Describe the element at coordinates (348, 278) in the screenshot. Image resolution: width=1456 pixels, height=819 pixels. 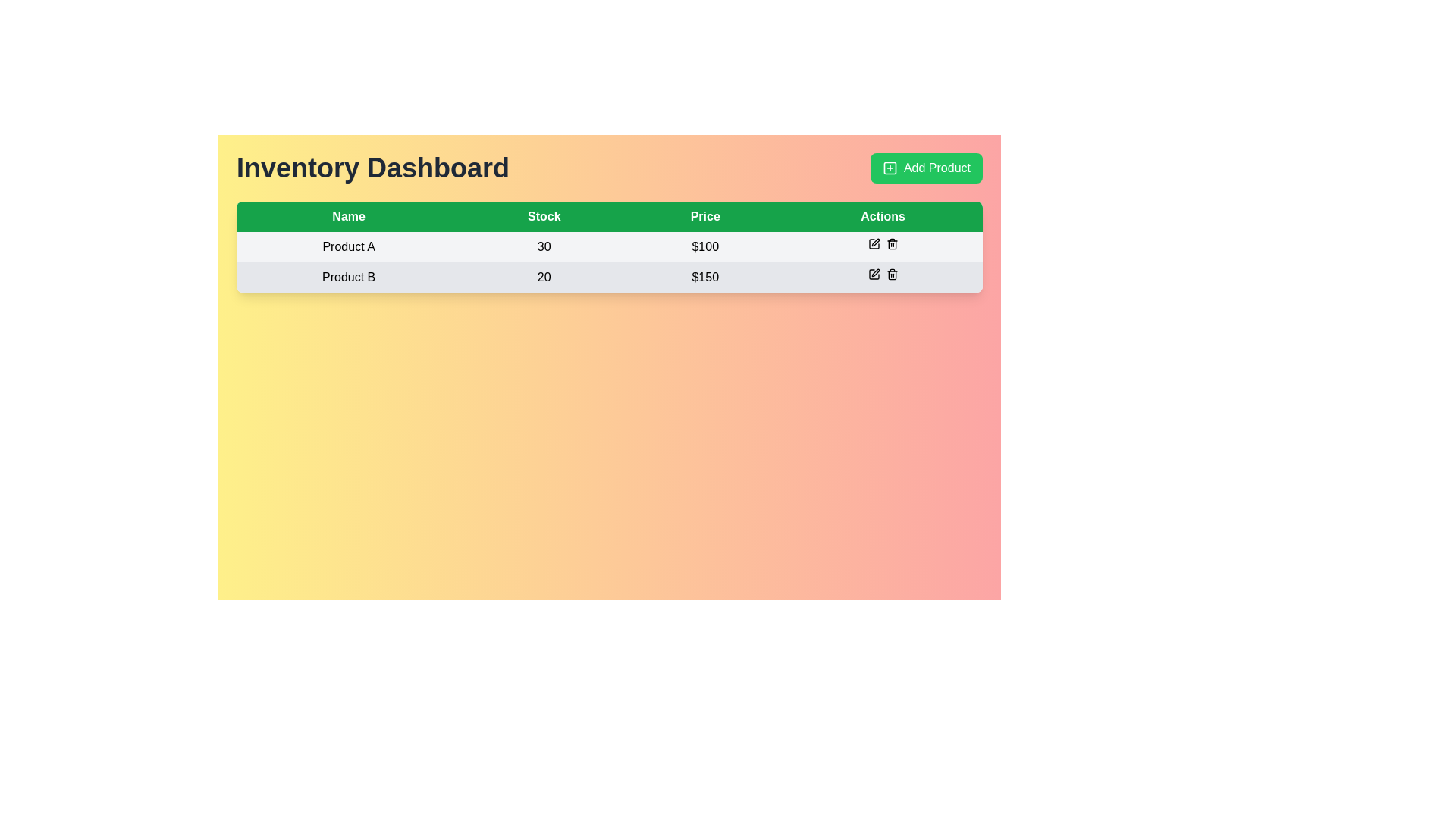
I see `the 'Product B' text label in the second row of the table under the 'Name' column, which is displayed in a black sans-serif font` at that location.